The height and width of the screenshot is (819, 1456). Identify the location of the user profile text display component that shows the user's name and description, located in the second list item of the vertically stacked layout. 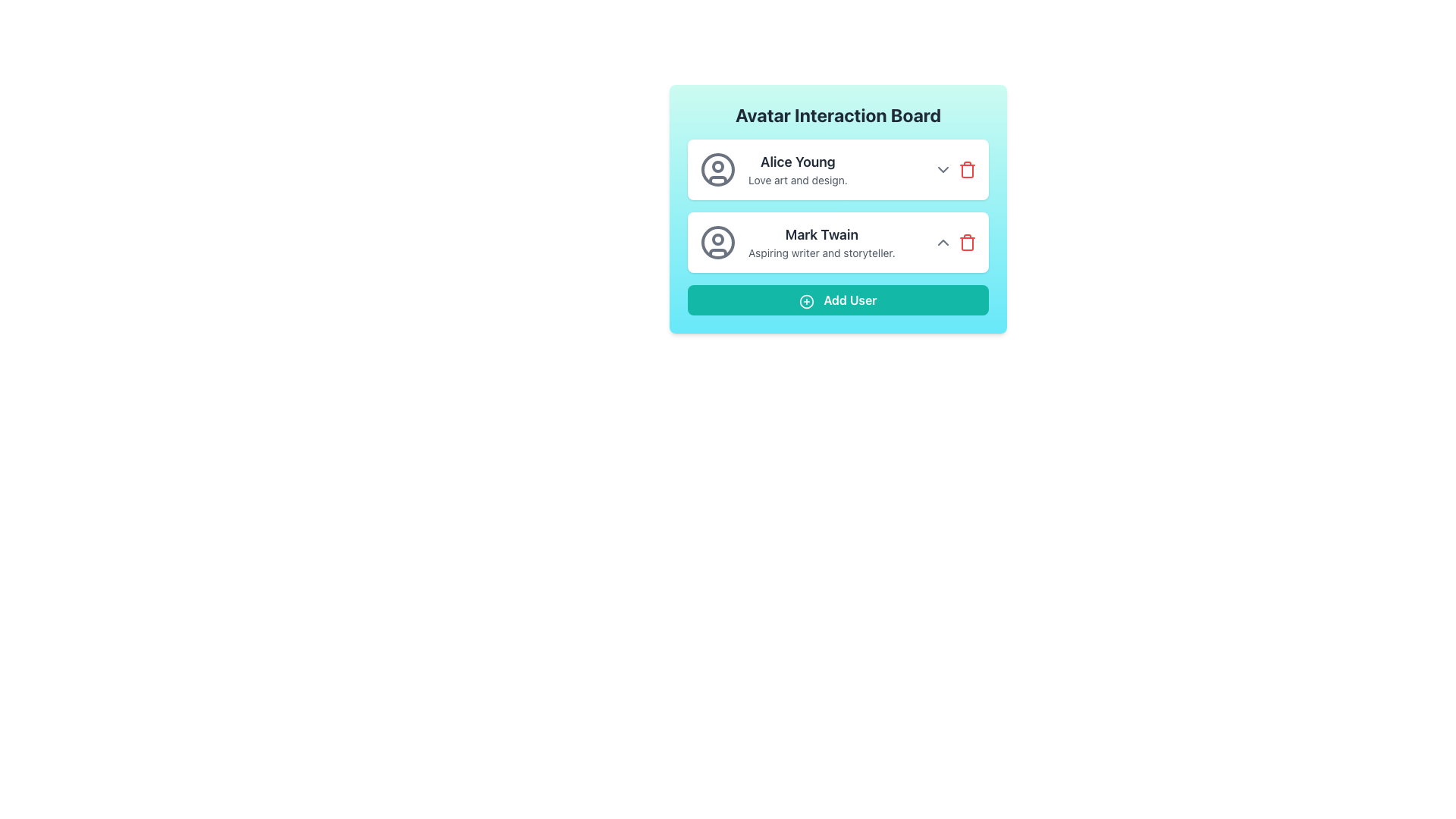
(821, 242).